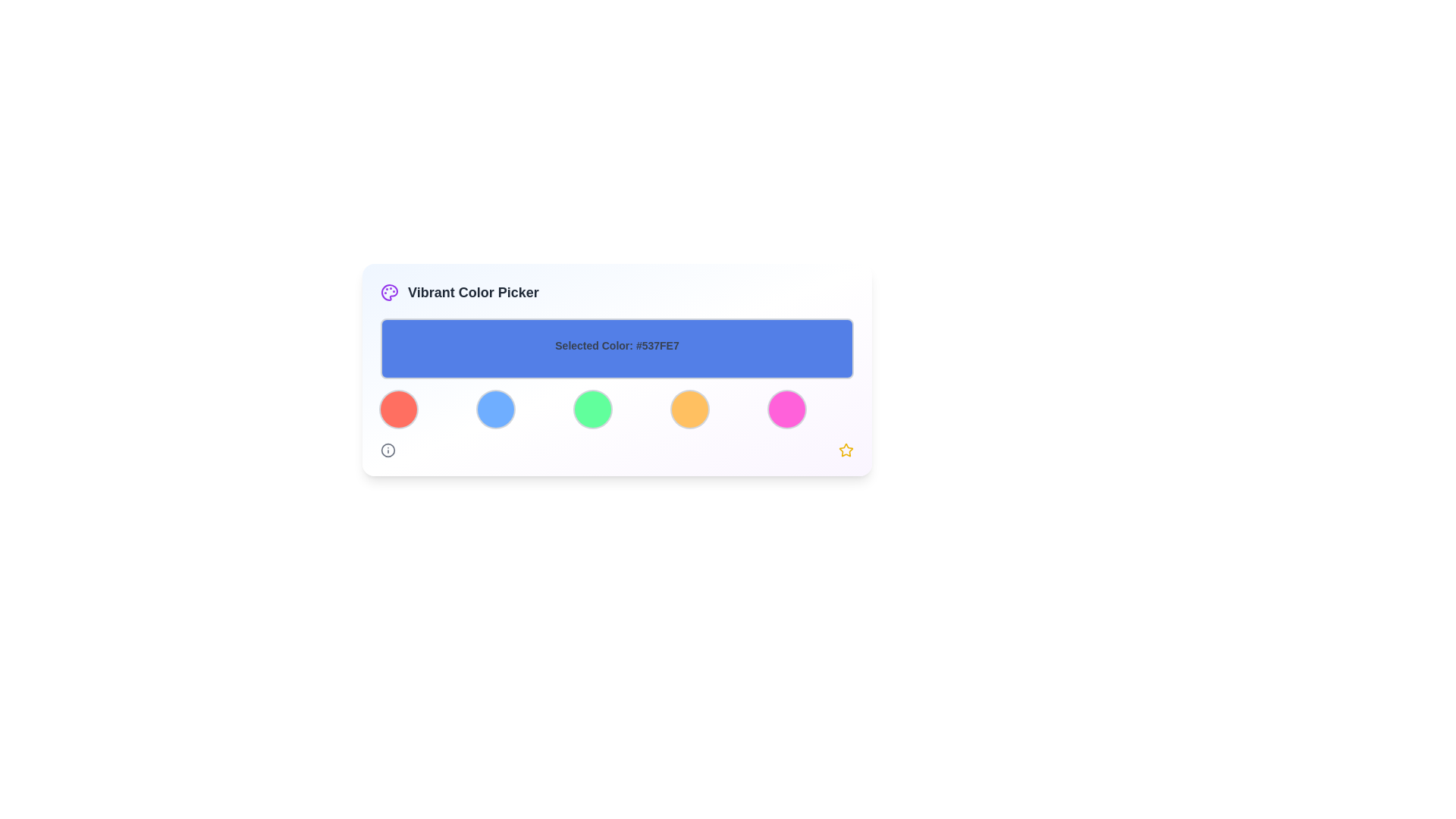 This screenshot has width=1456, height=819. What do you see at coordinates (617, 373) in the screenshot?
I see `the Informational Display area with a blue background and dark gray text that reads 'Selected Color: #537FE7', located in the 'Vibrant Color Picker' component` at bounding box center [617, 373].